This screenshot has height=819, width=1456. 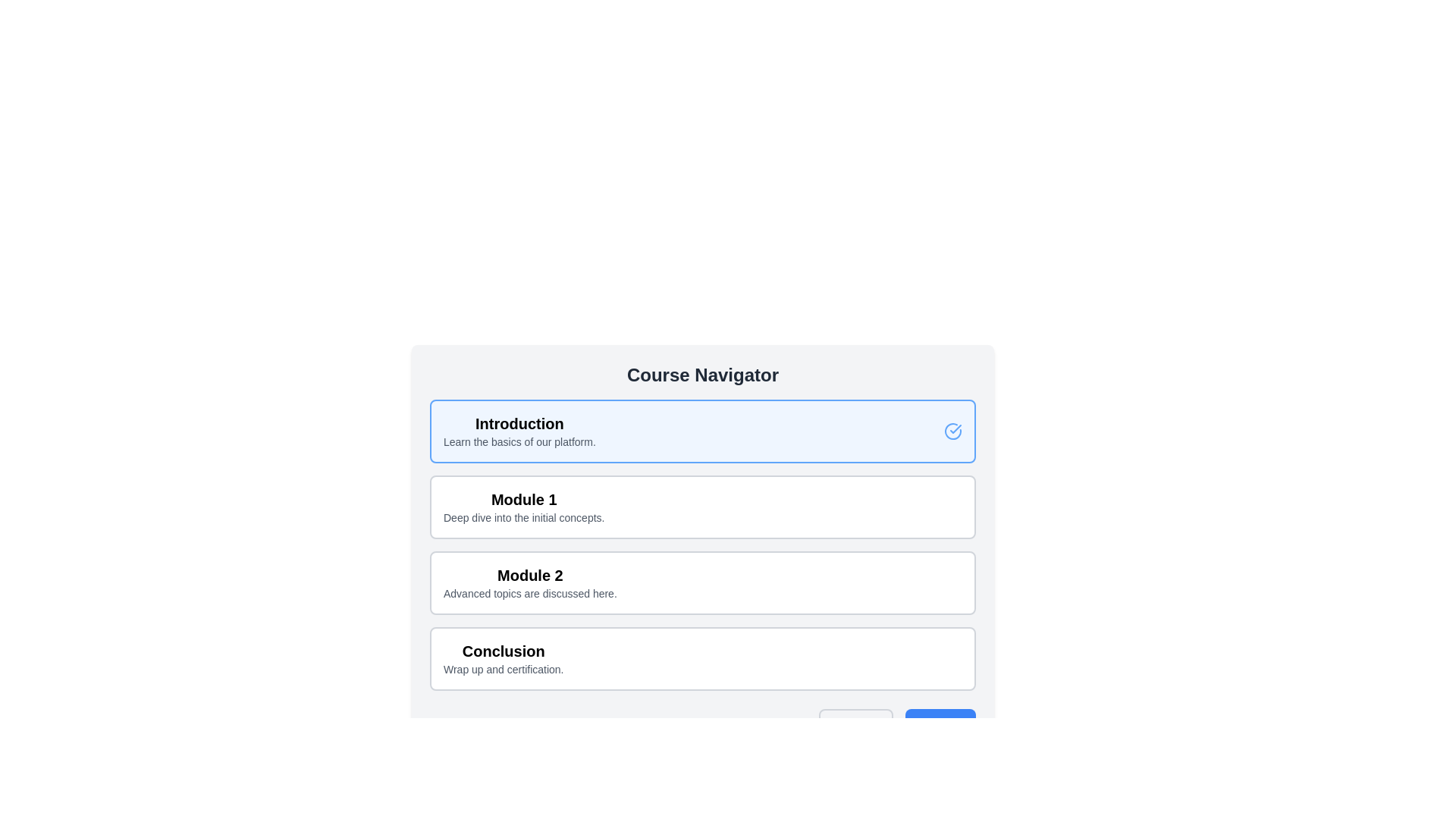 I want to click on the module Introduction to view its details, so click(x=701, y=431).